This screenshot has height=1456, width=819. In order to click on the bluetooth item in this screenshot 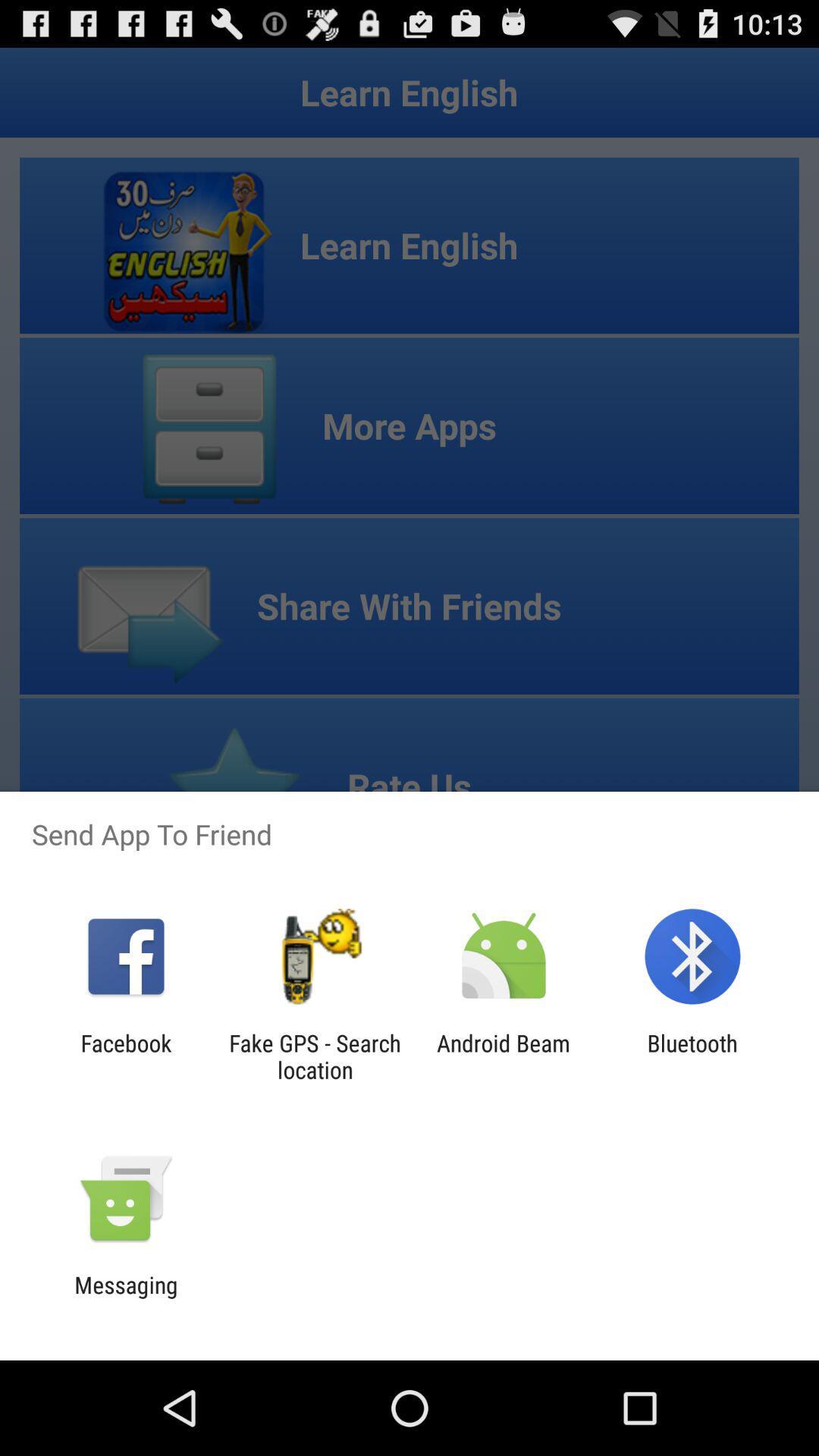, I will do `click(692, 1056)`.